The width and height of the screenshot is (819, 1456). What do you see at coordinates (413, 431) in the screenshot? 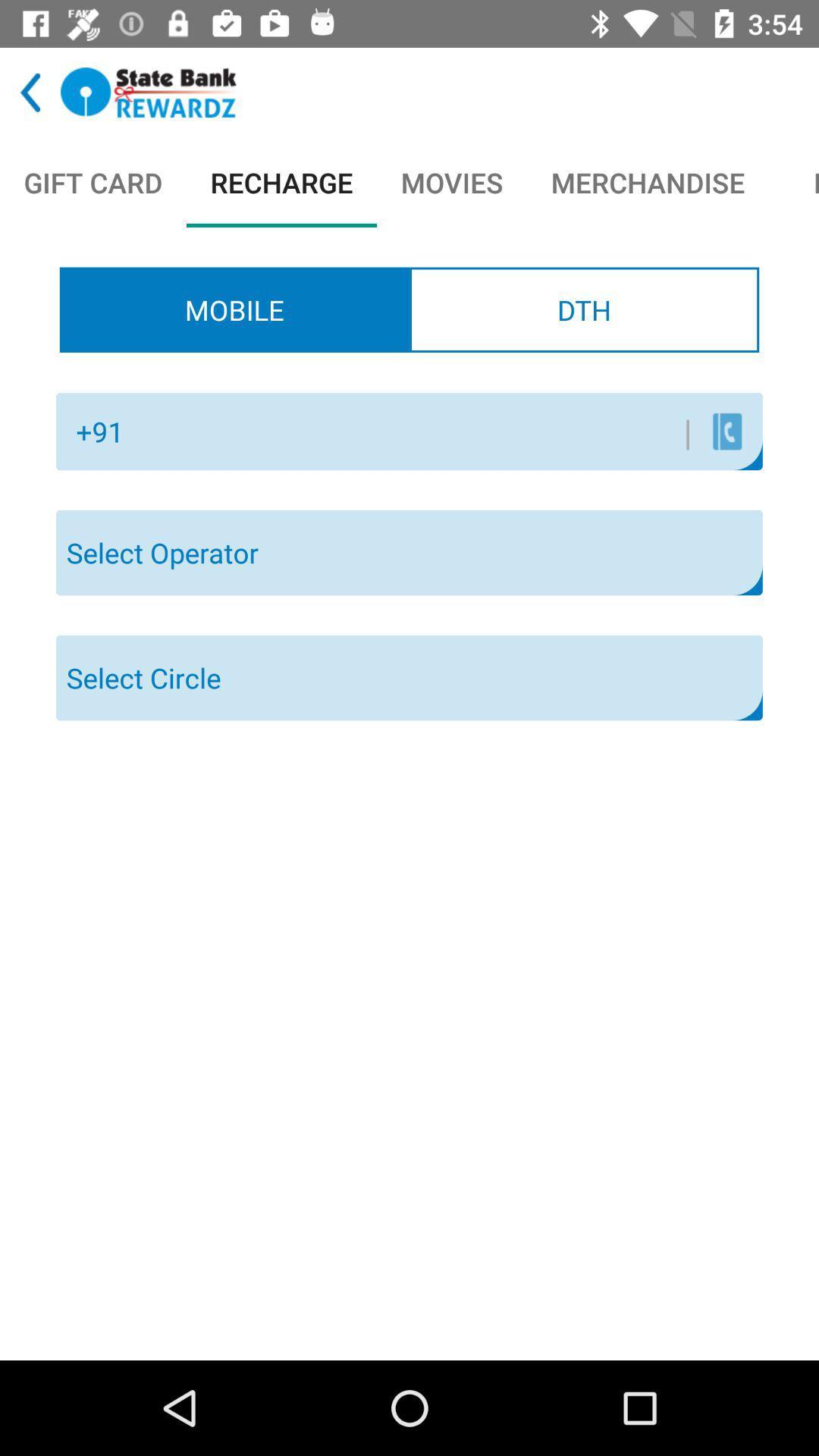
I see `the icon to the left of the | icon` at bounding box center [413, 431].